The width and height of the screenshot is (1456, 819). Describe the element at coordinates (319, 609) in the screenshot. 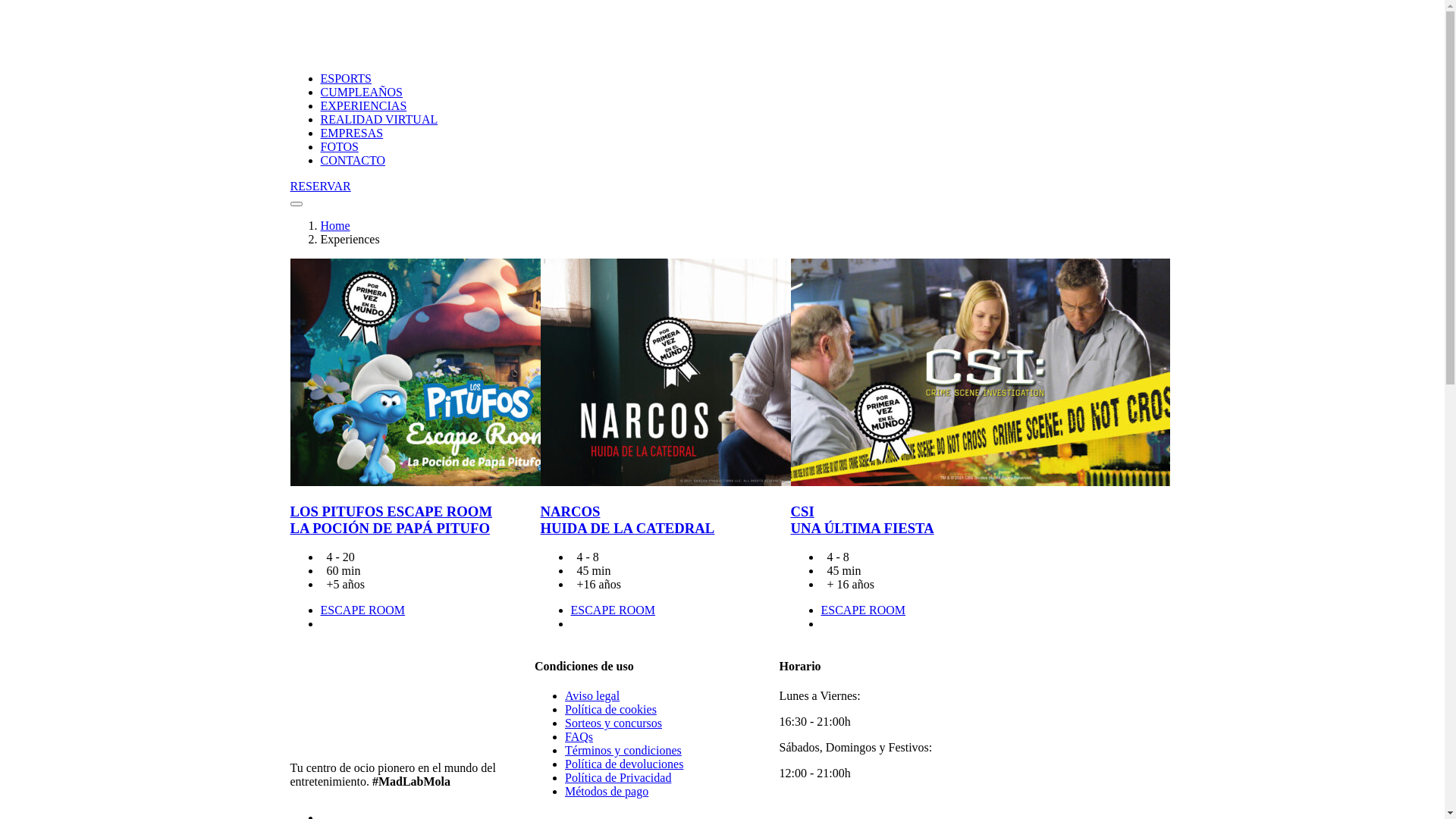

I see `'ESCAPE ROOM'` at that location.